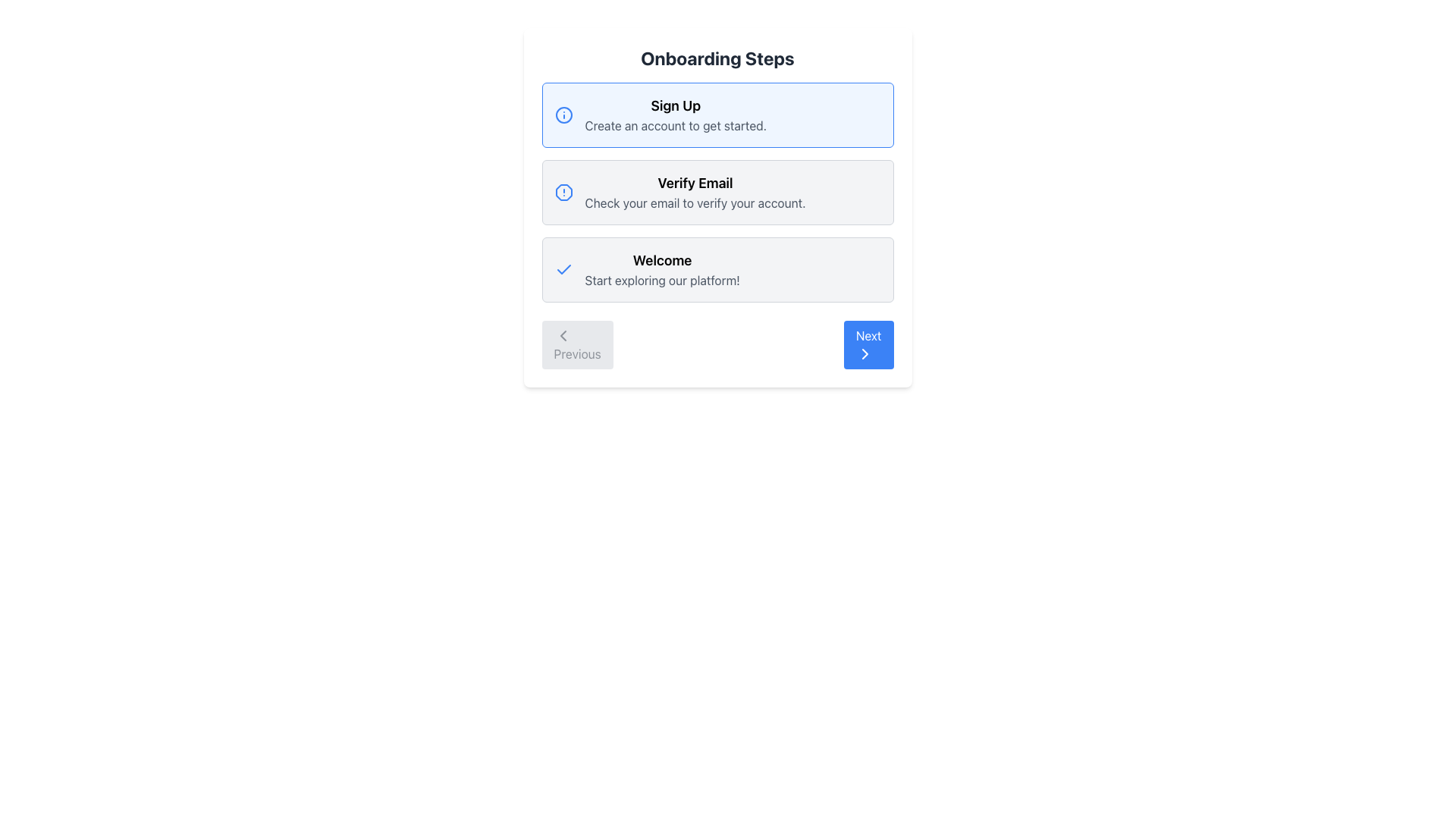 This screenshot has width=1456, height=819. I want to click on the text header that reads 'Onboarding Steps', which is bold and large, located at the top of the white card-like section, so click(717, 58).